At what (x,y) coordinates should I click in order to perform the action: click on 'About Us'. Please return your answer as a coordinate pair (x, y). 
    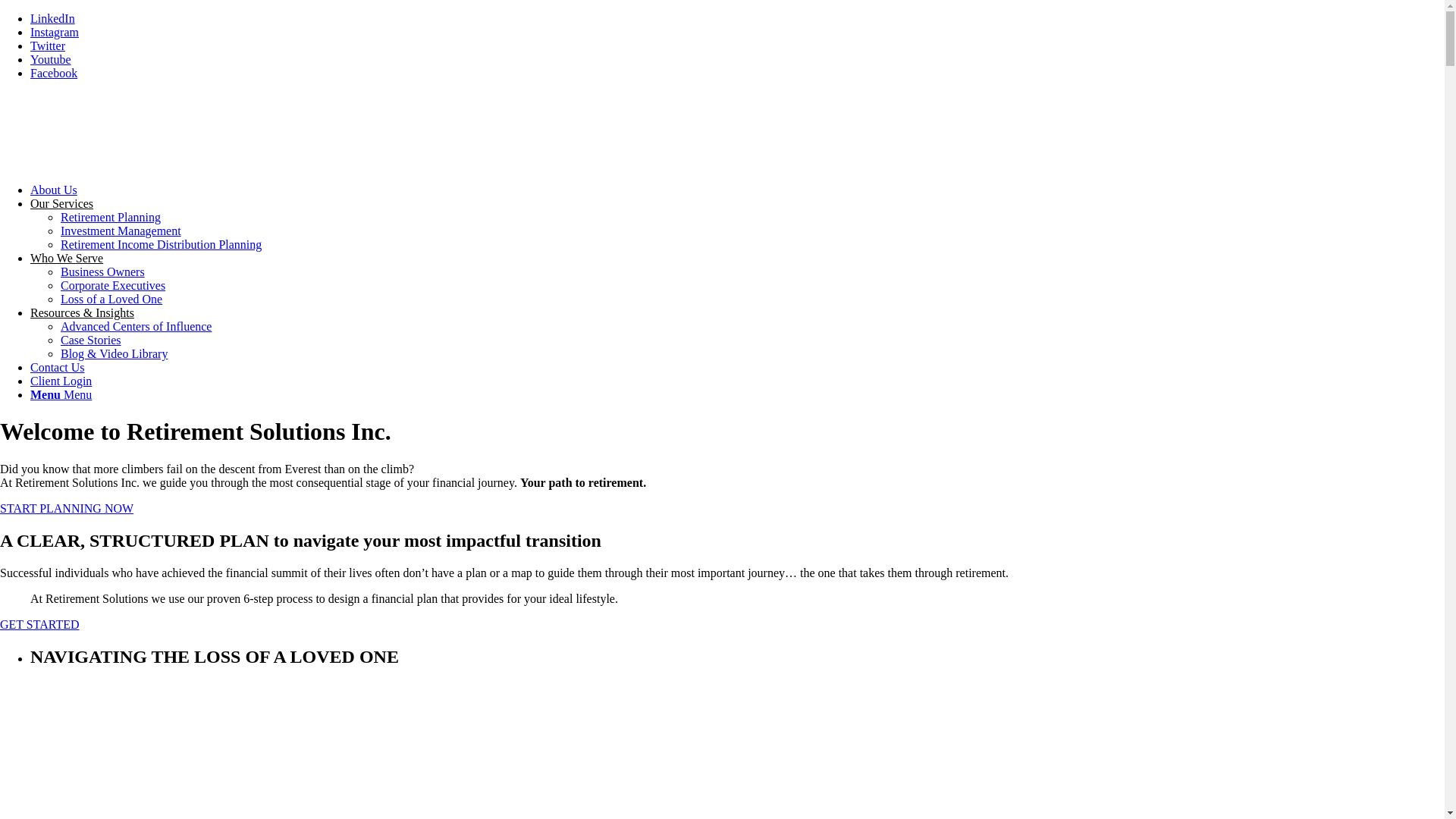
    Looking at the image, I should click on (54, 189).